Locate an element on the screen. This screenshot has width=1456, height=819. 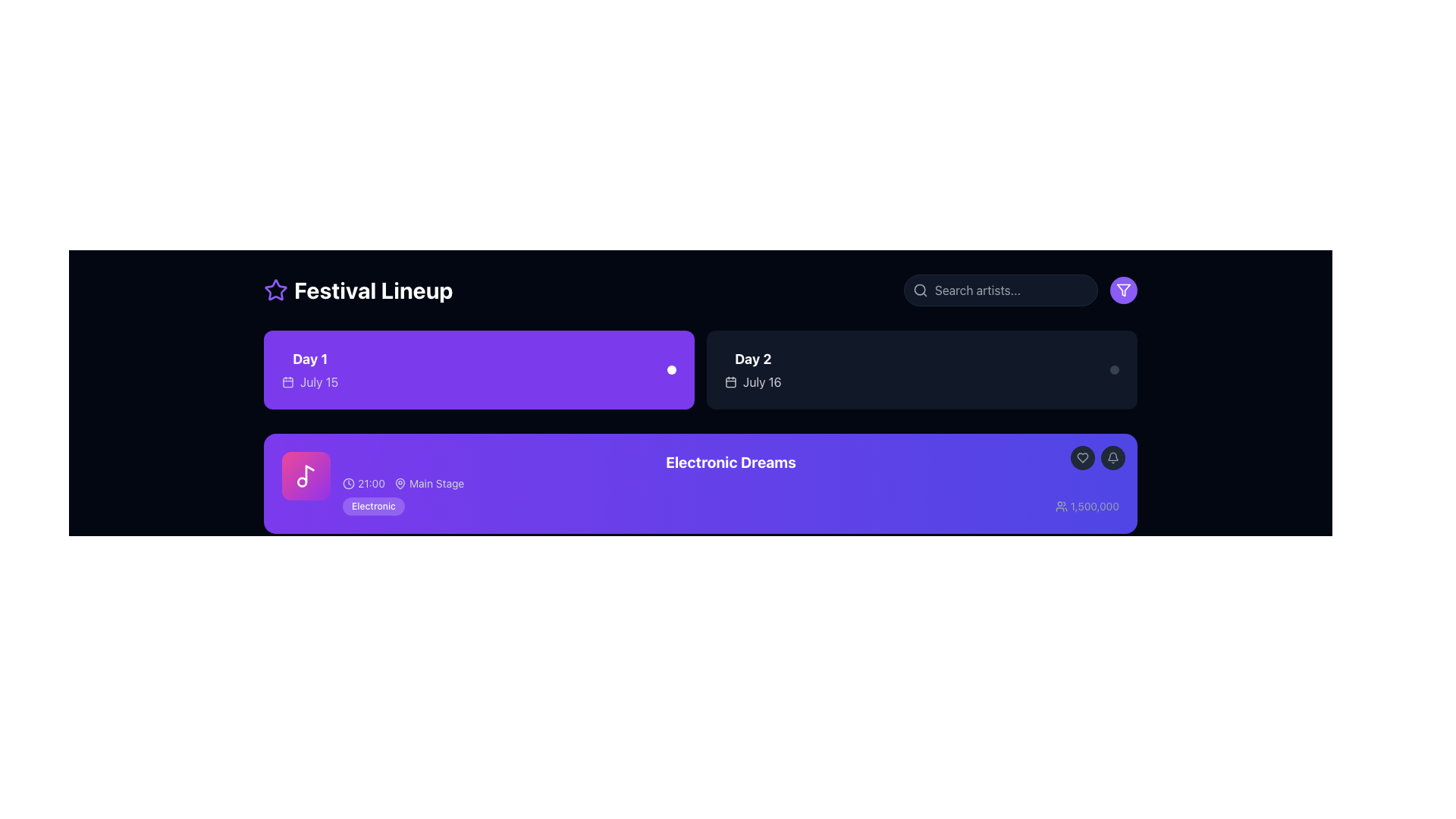
the heart icon located in the top right region of the interface is located at coordinates (1082, 457).